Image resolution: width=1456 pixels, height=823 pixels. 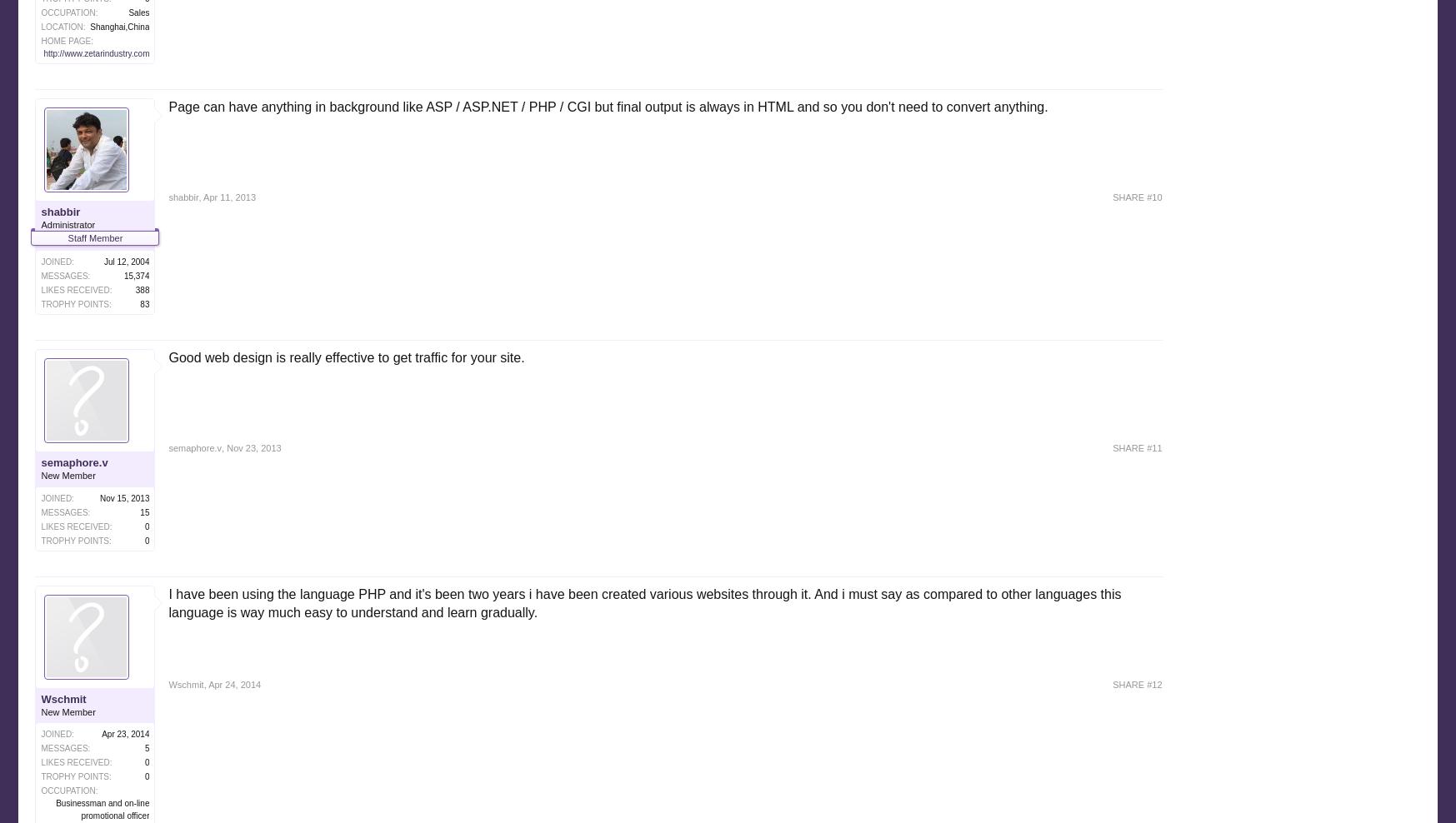 I want to click on 'Nov 23, 2013', so click(x=253, y=446).